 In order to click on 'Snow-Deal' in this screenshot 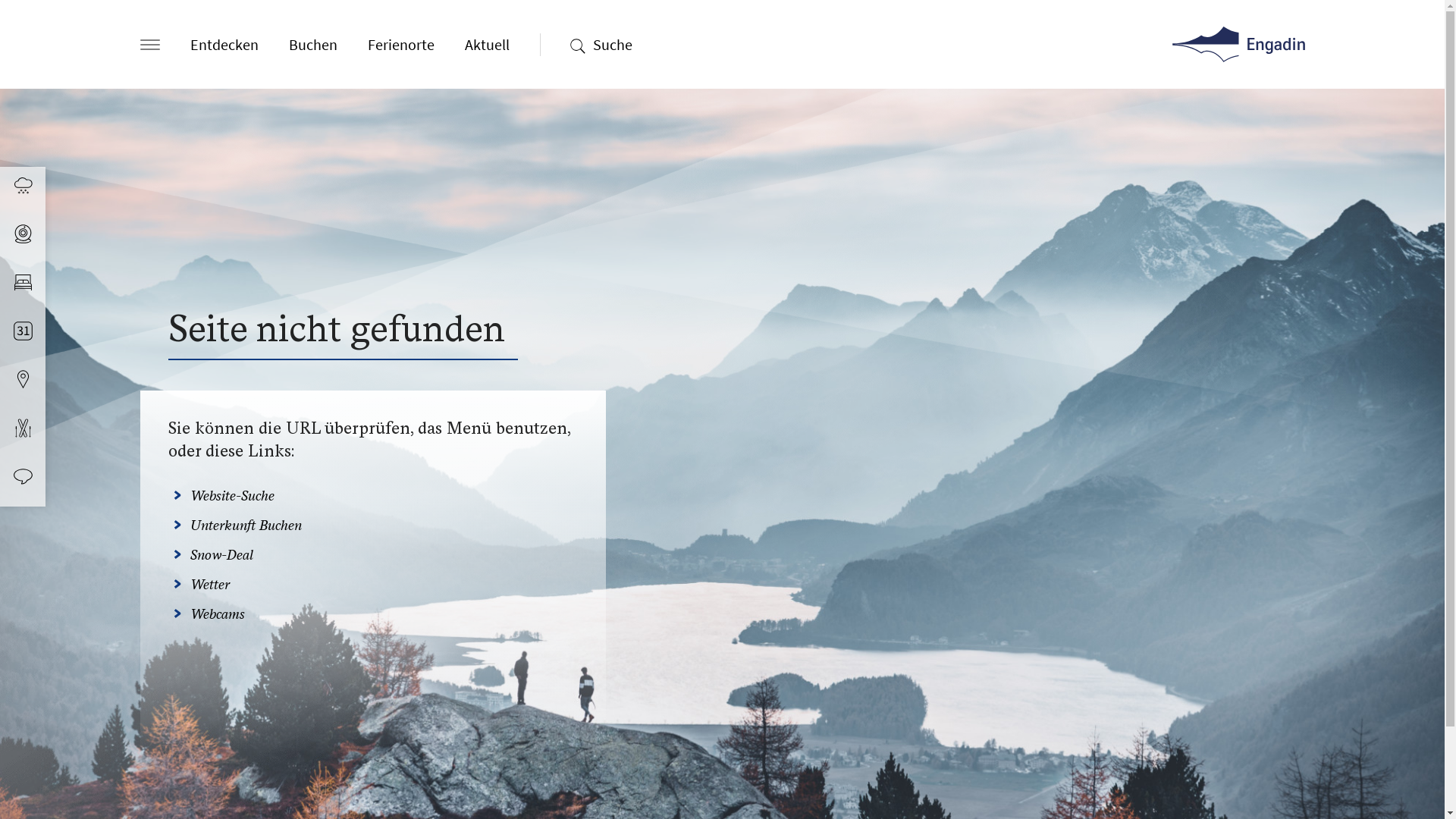, I will do `click(220, 554)`.